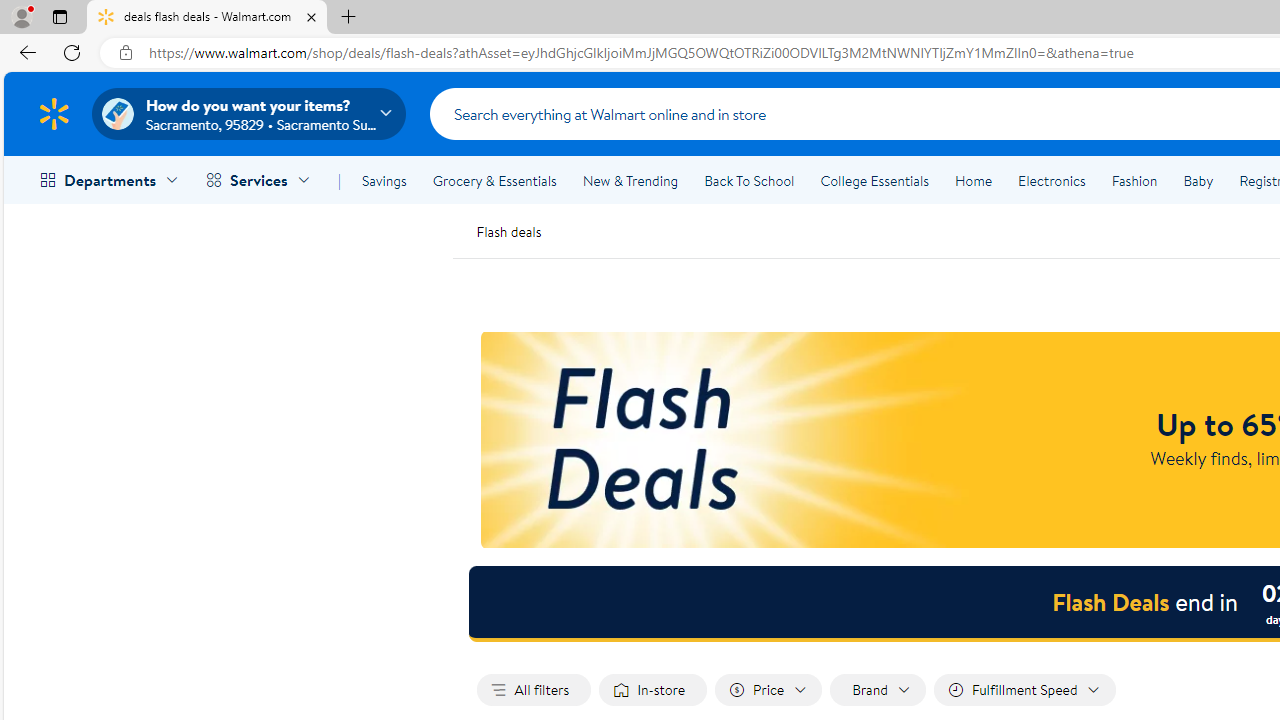  I want to click on 'Back To School', so click(748, 181).